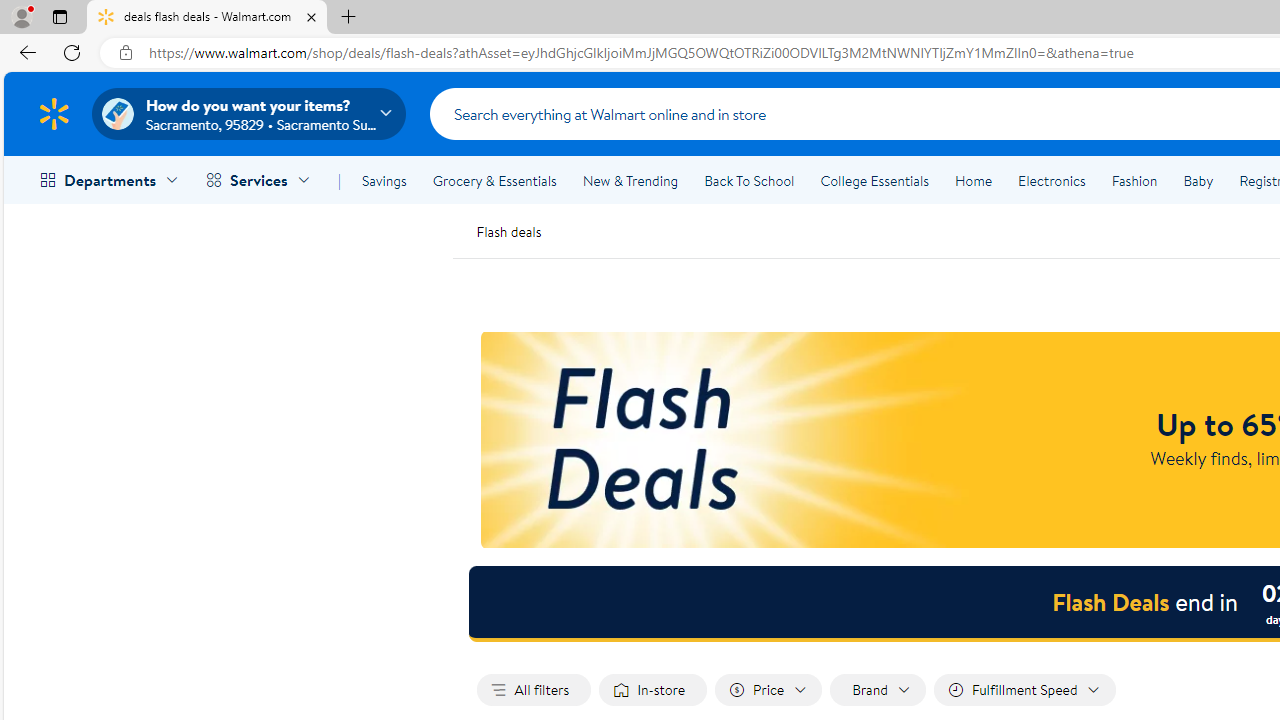  I want to click on 'Back To School', so click(748, 181).